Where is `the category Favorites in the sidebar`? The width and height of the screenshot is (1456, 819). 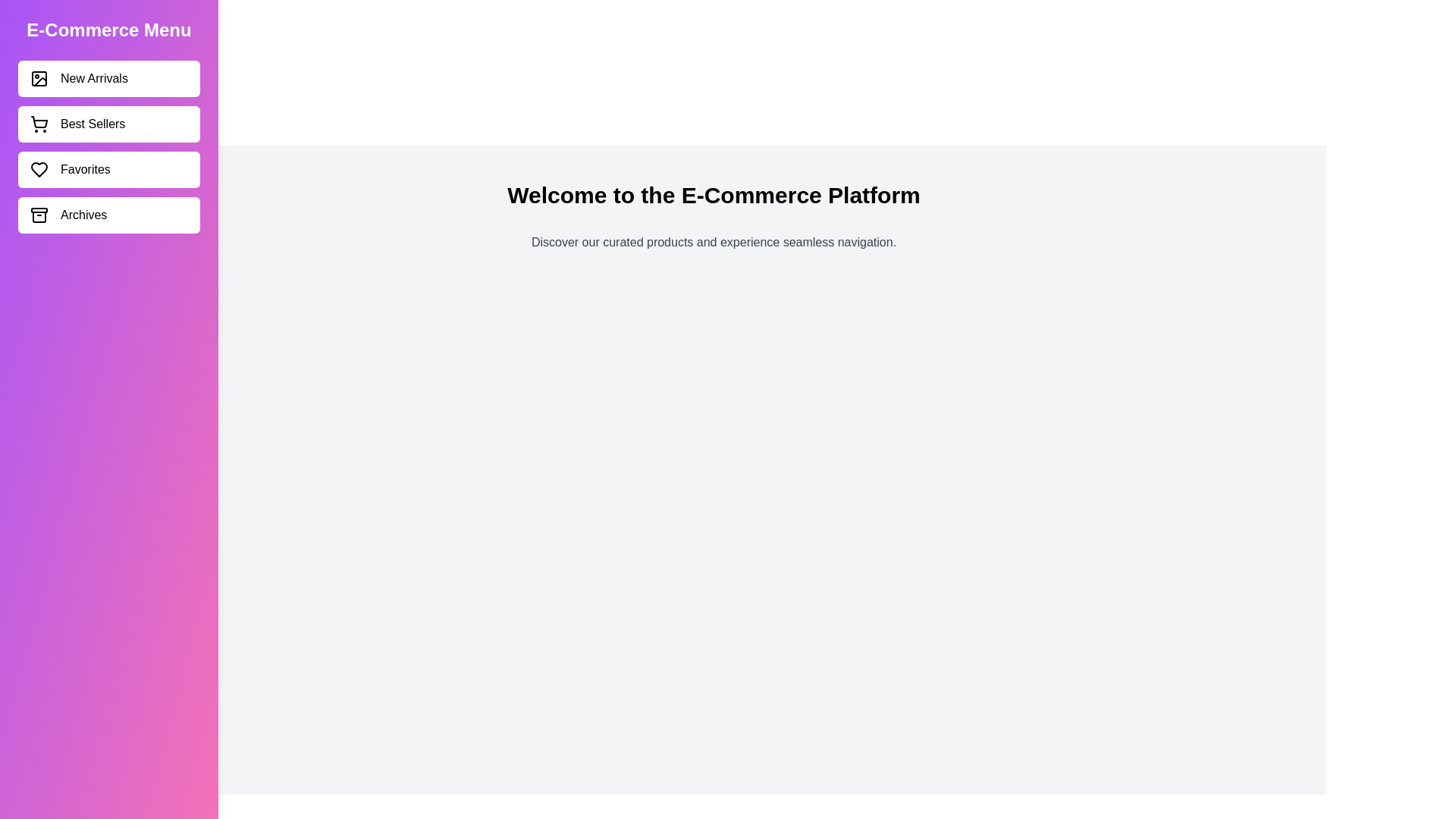
the category Favorites in the sidebar is located at coordinates (108, 169).